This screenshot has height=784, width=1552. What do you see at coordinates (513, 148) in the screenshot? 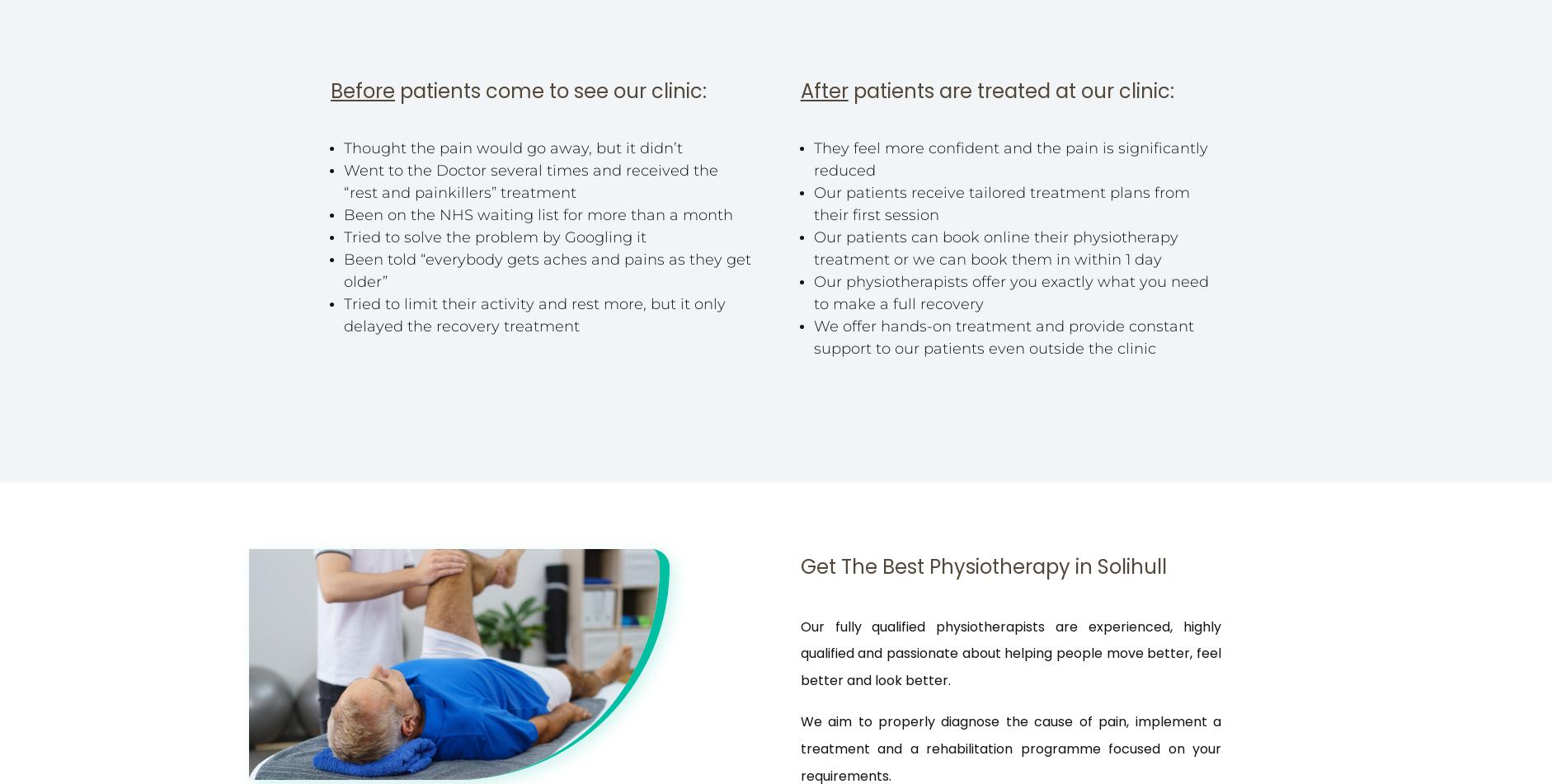
I see `'Thought the pain would go away, but it didn’t'` at bounding box center [513, 148].